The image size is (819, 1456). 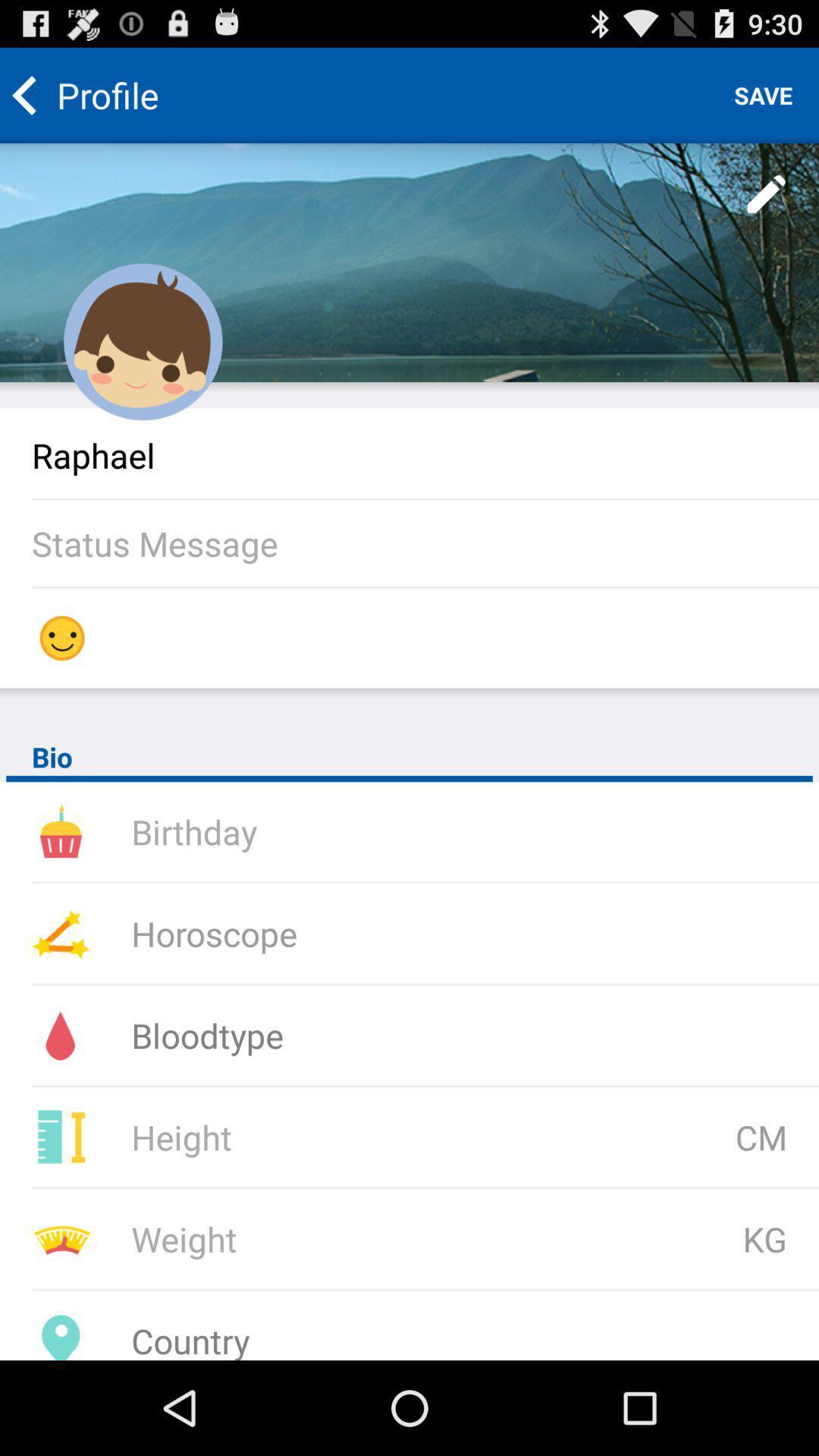 I want to click on edit profile wallpaper, so click(x=409, y=262).